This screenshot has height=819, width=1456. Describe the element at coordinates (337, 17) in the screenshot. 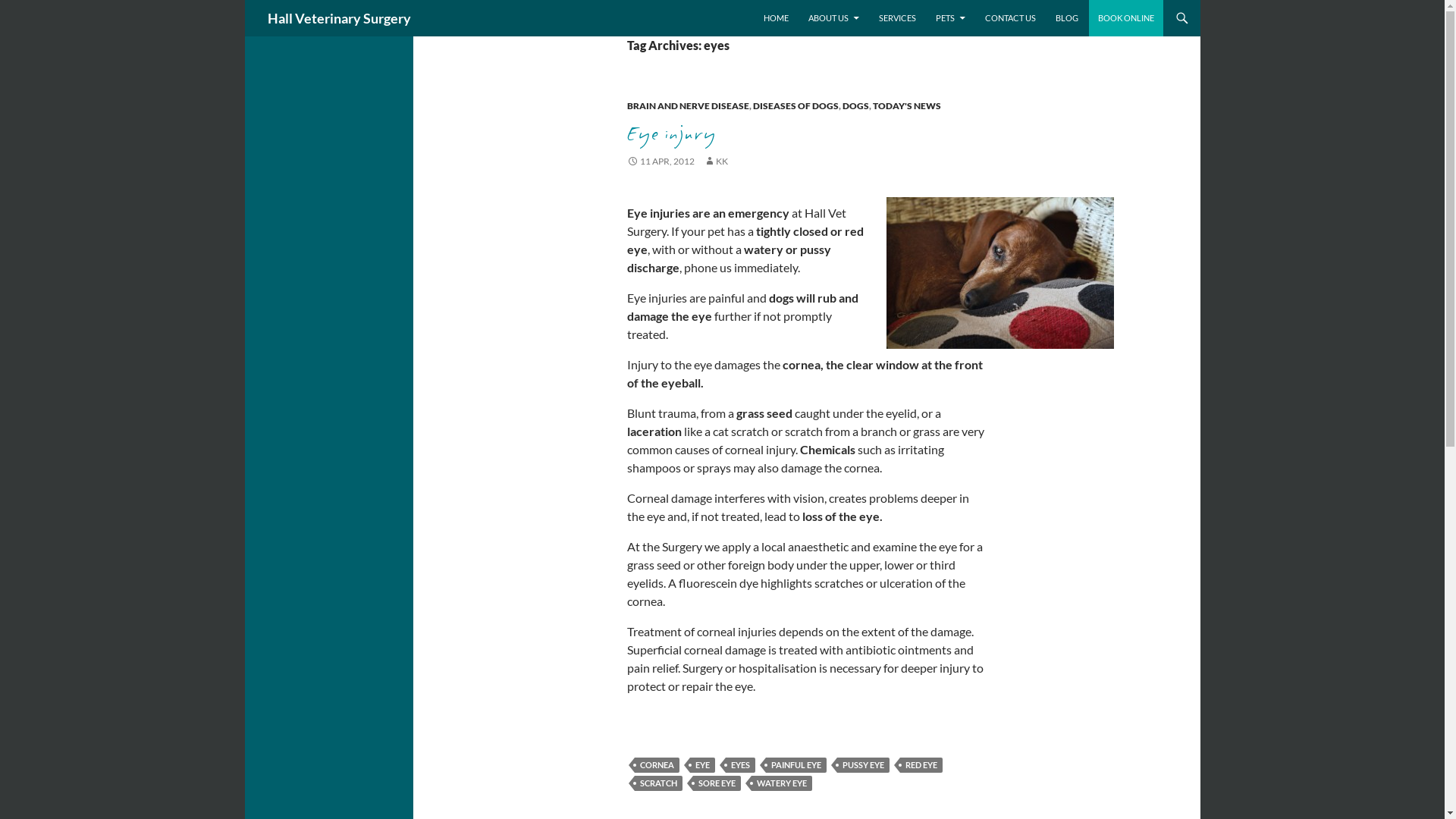

I see `'Hall Veterinary Surgery'` at that location.